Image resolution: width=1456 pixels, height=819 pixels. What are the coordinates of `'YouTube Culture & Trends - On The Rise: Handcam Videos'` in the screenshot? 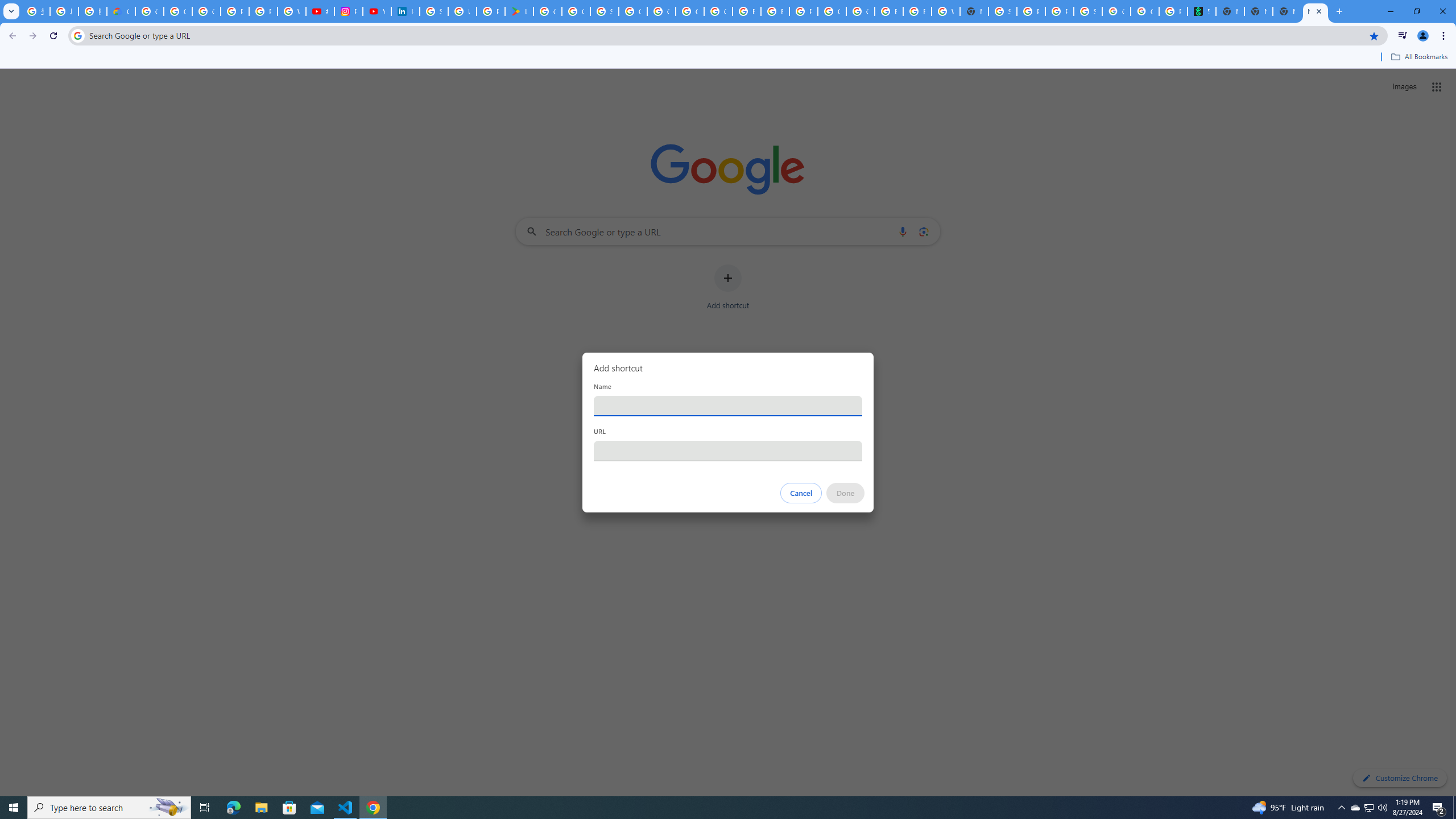 It's located at (377, 11).